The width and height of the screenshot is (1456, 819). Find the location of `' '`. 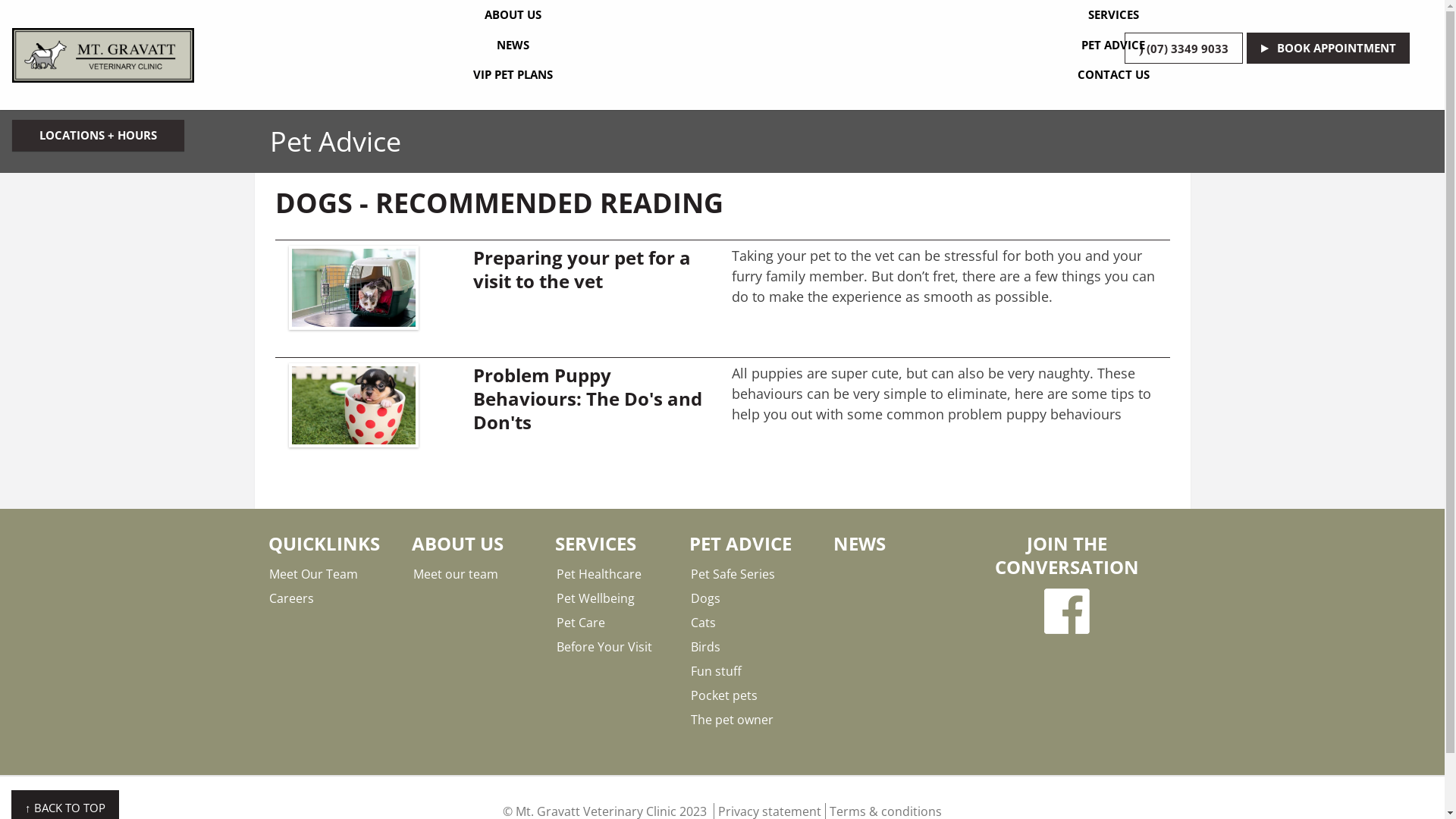

' ' is located at coordinates (1065, 610).